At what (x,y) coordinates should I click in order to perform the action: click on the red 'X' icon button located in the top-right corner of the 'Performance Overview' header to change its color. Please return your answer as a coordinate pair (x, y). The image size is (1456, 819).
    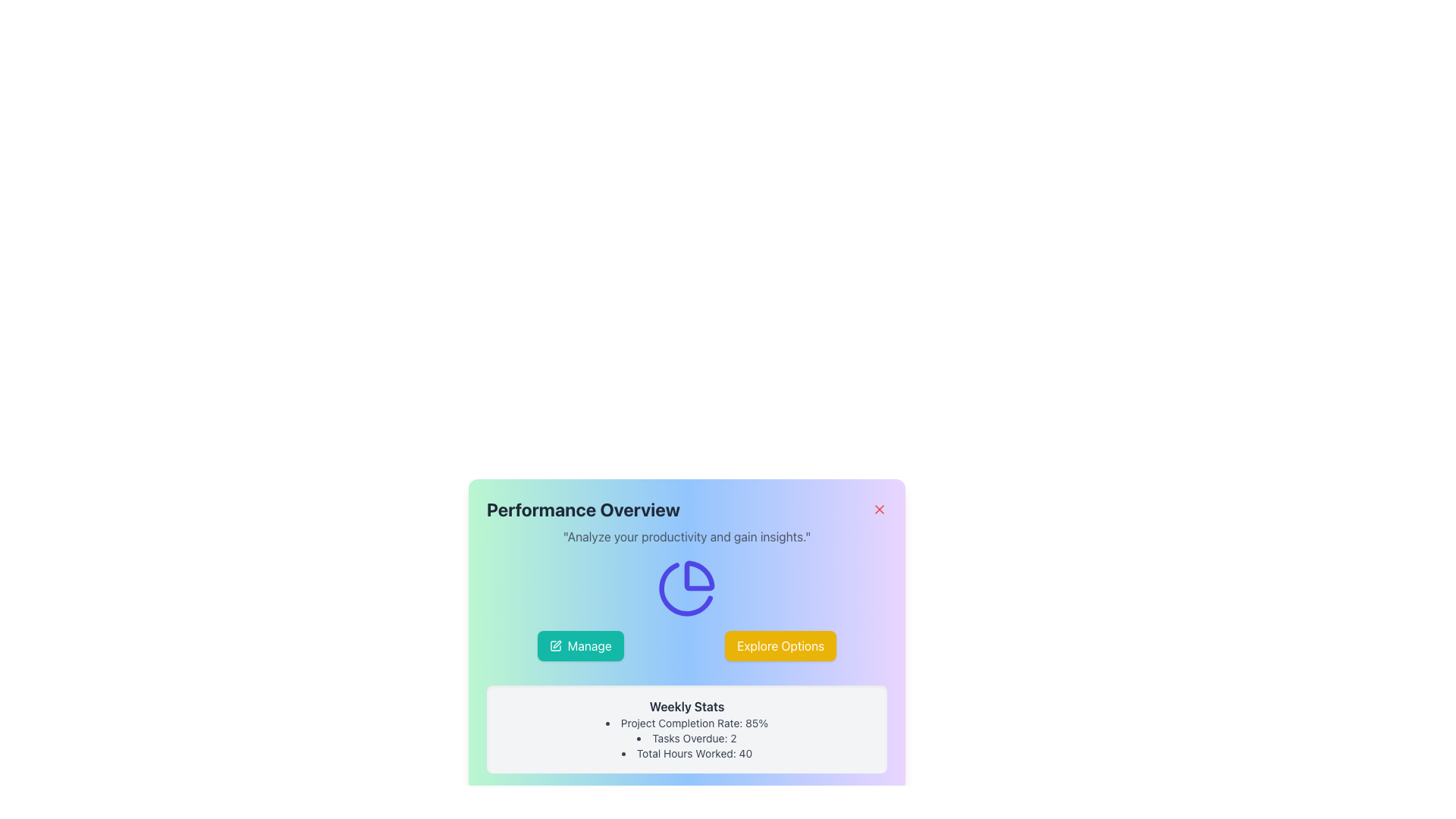
    Looking at the image, I should click on (880, 509).